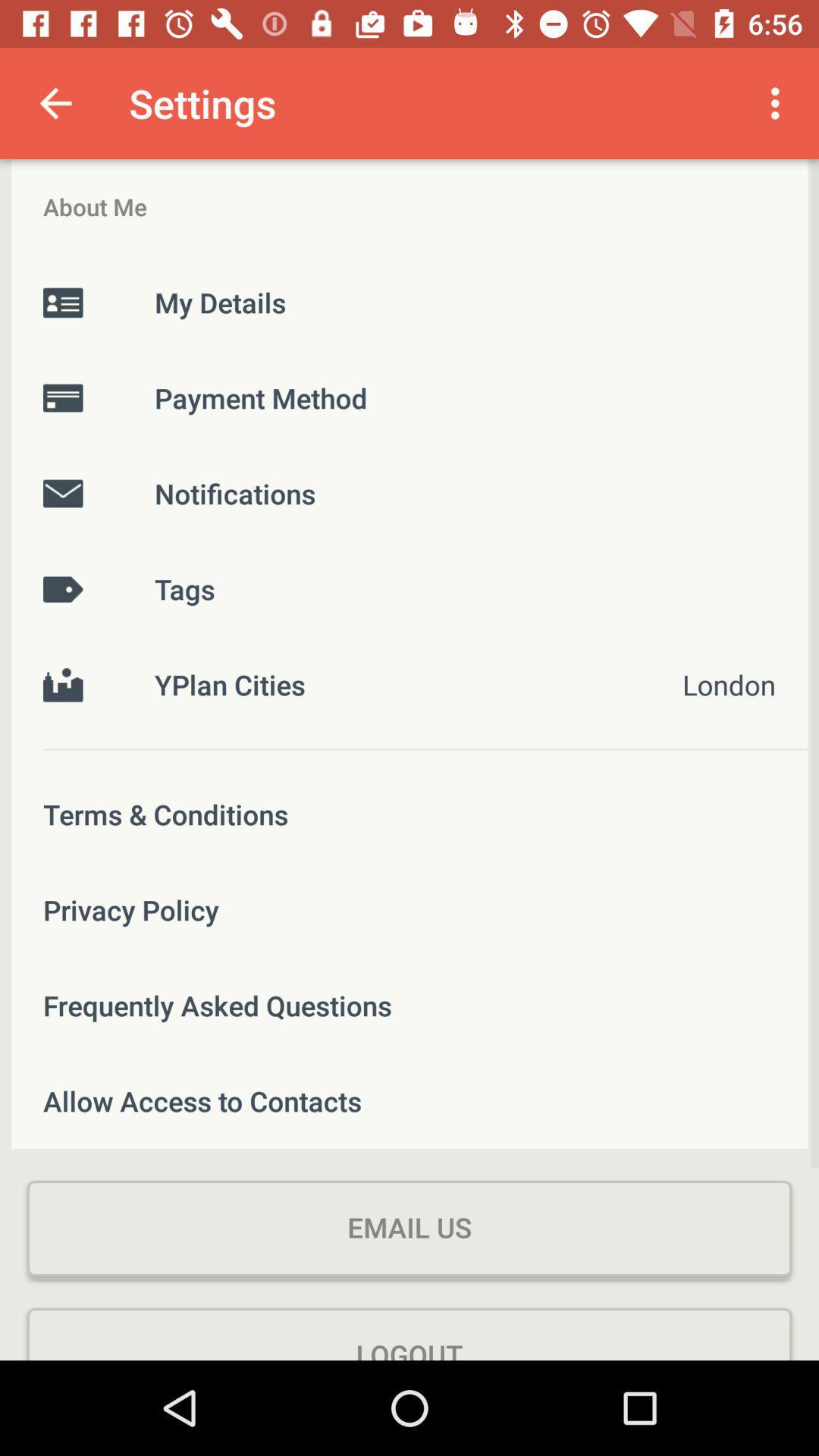 The image size is (819, 1456). What do you see at coordinates (55, 102) in the screenshot?
I see `item above about me item` at bounding box center [55, 102].